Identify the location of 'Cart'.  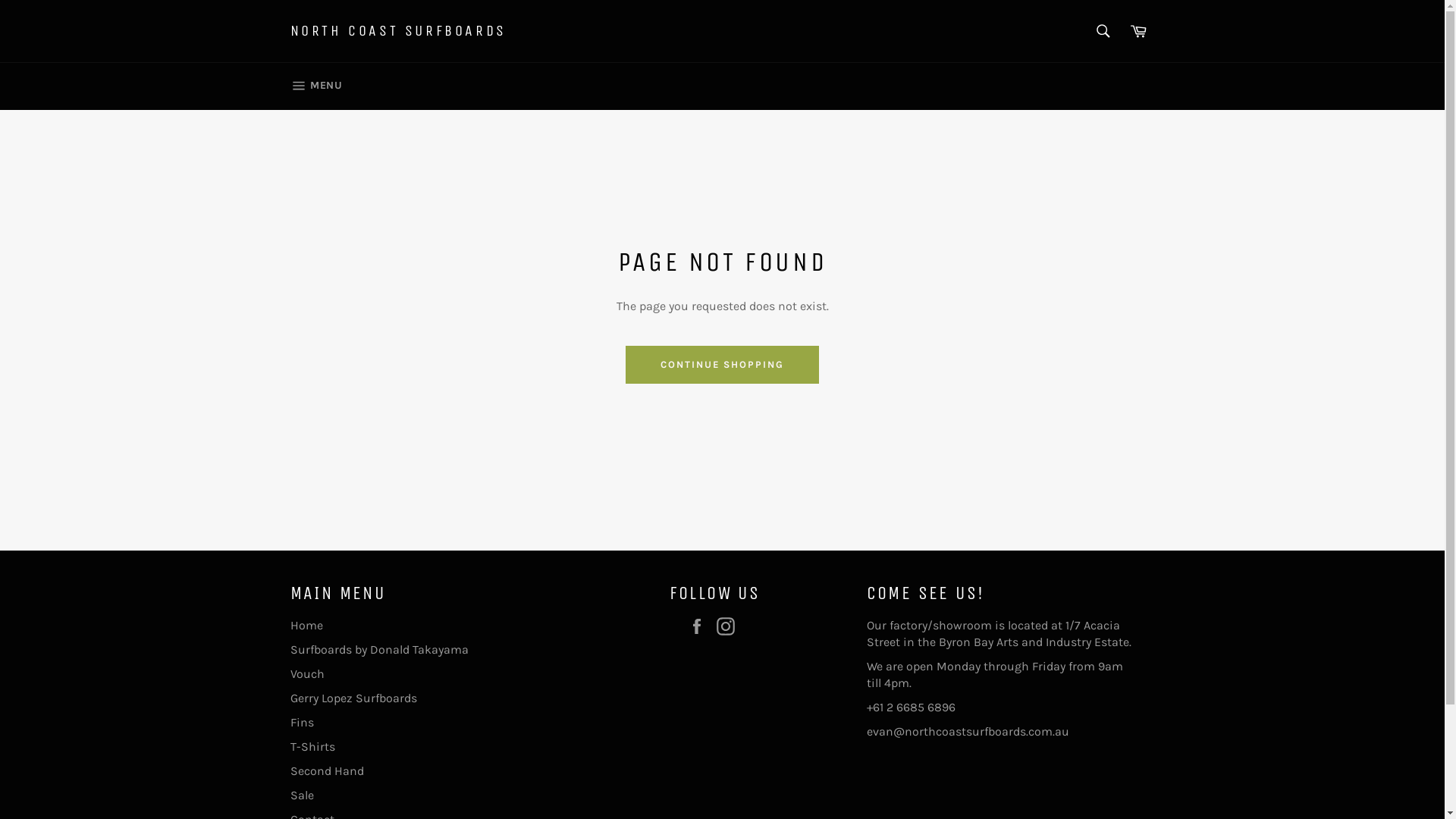
(1138, 31).